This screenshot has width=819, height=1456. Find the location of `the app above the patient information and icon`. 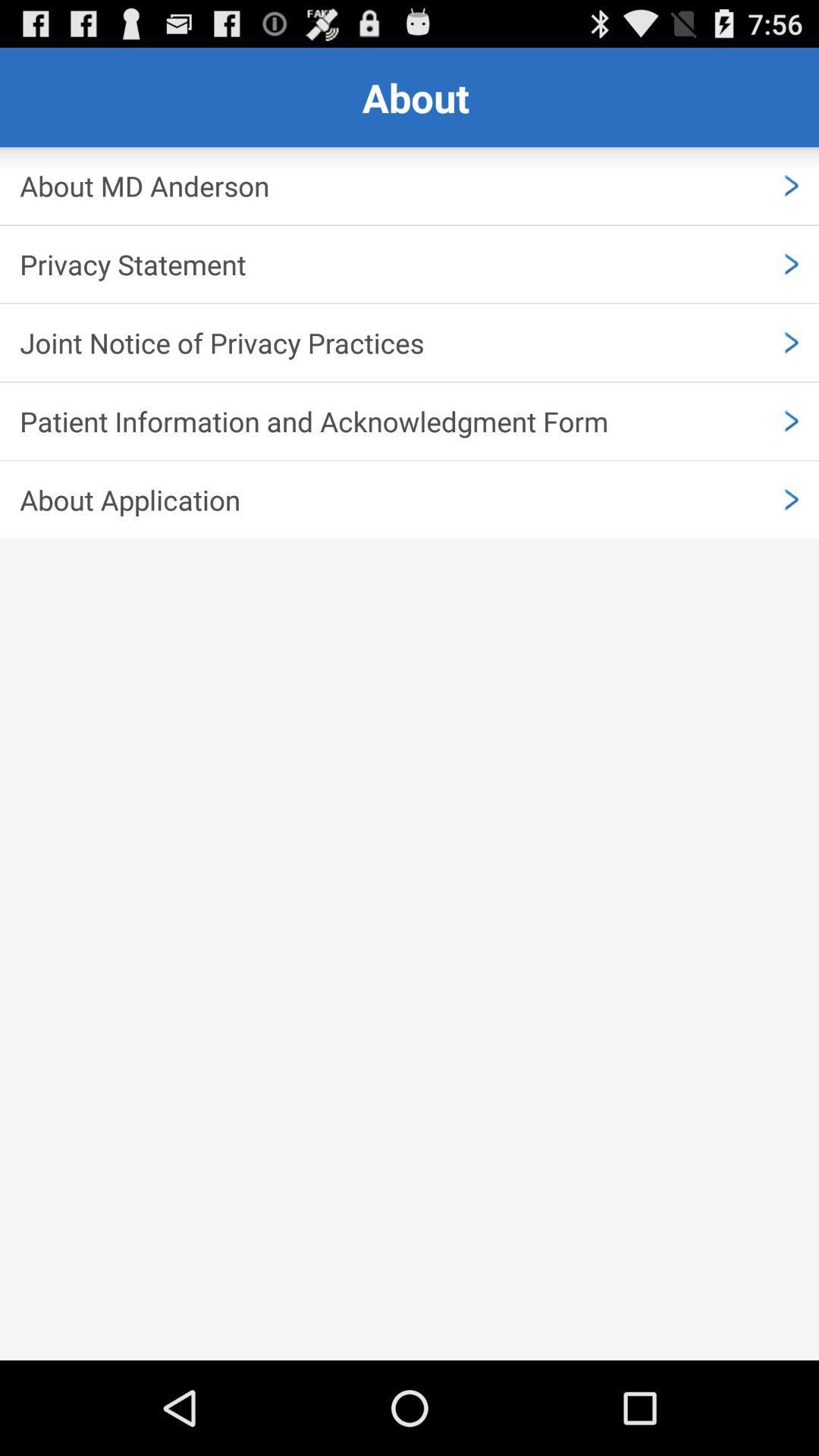

the app above the patient information and icon is located at coordinates (409, 342).